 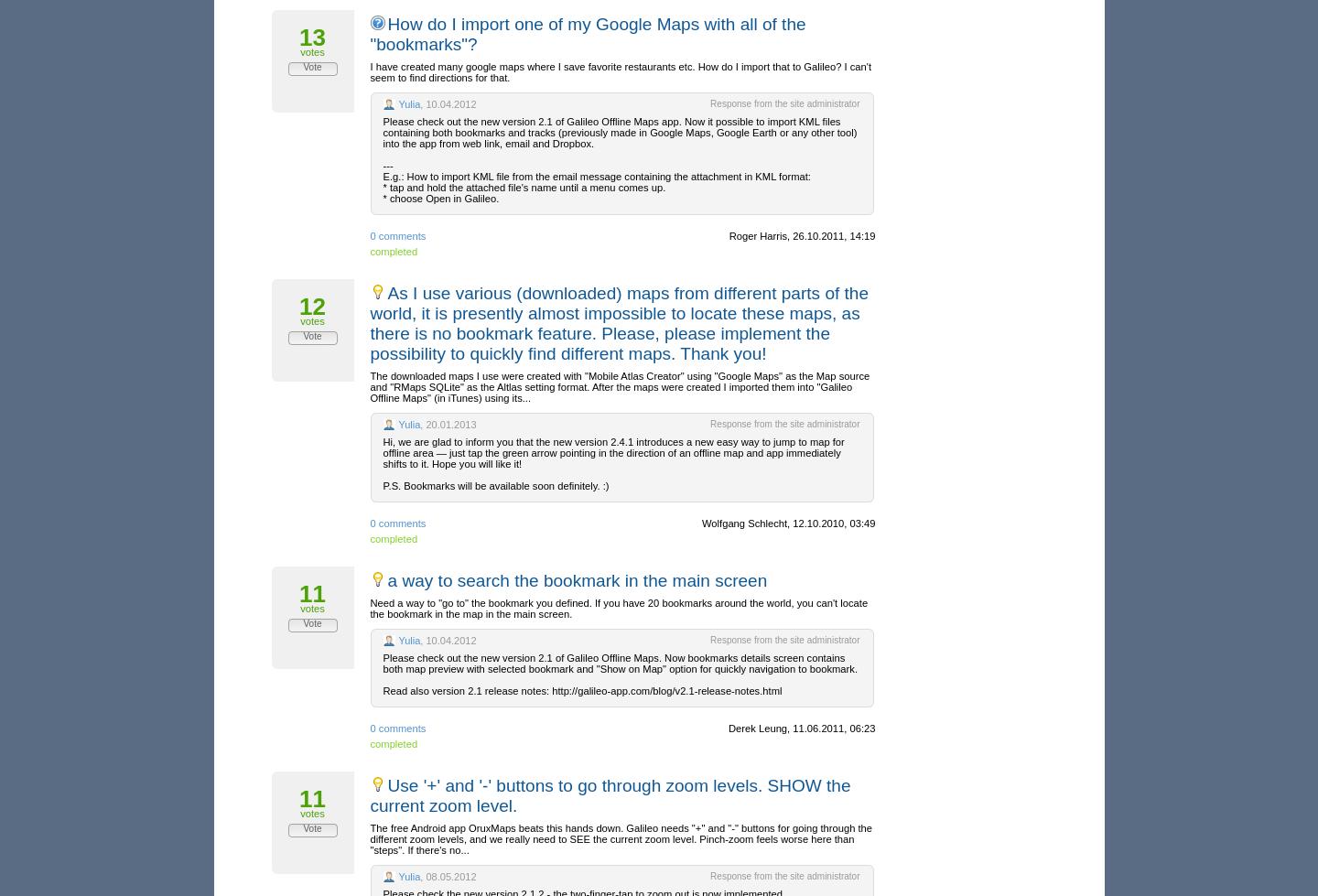 What do you see at coordinates (613, 451) in the screenshot?
I see `'Hi, we are glad to inform you that the new version 2.4.1 introduces a new easy way to jump to map for offline area — just tap the green arrow pointing in the direction of an offline map and app immediately shifts to it. Hope you will like it!'` at bounding box center [613, 451].